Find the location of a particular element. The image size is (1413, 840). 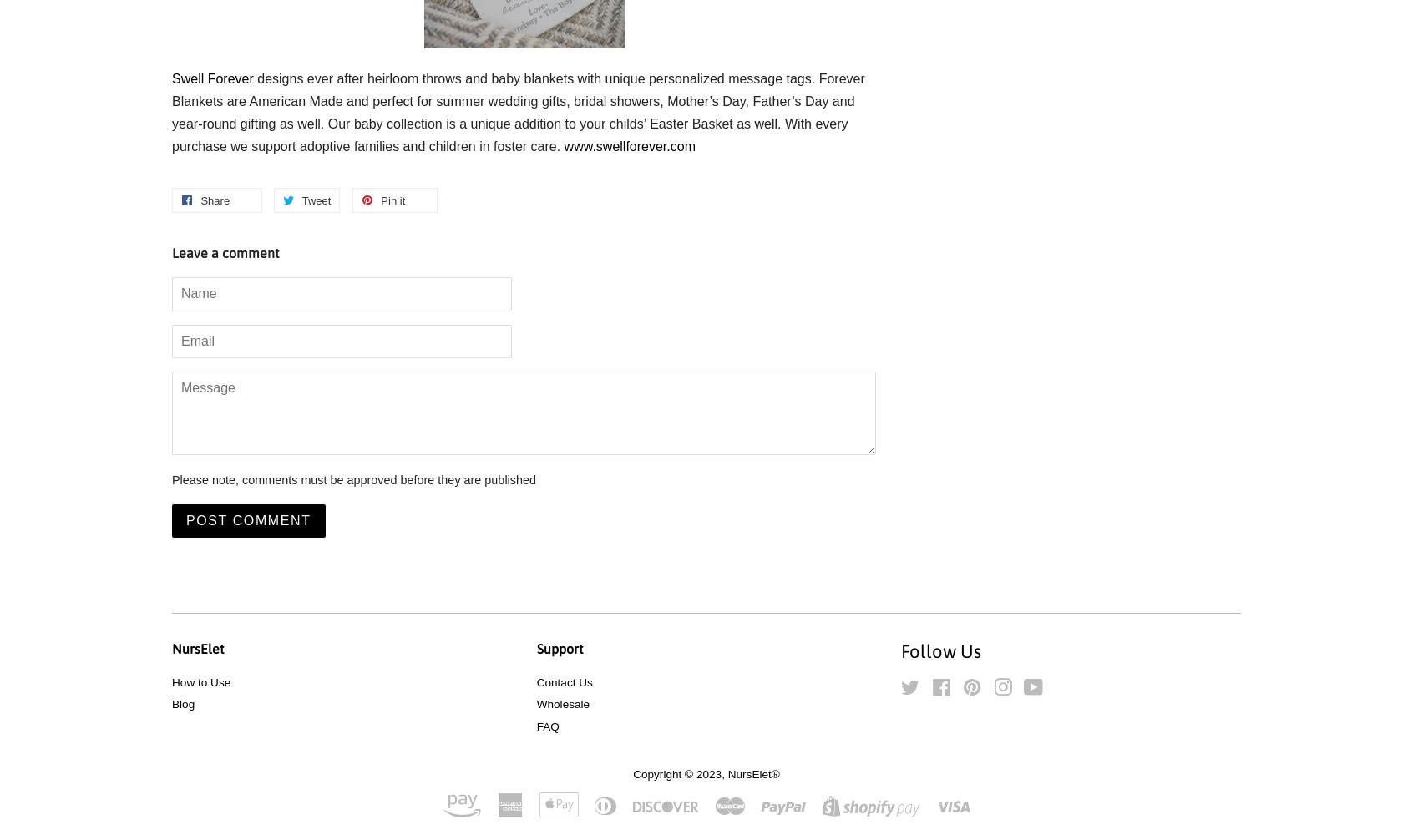

'www.swellforever.com' is located at coordinates (628, 146).